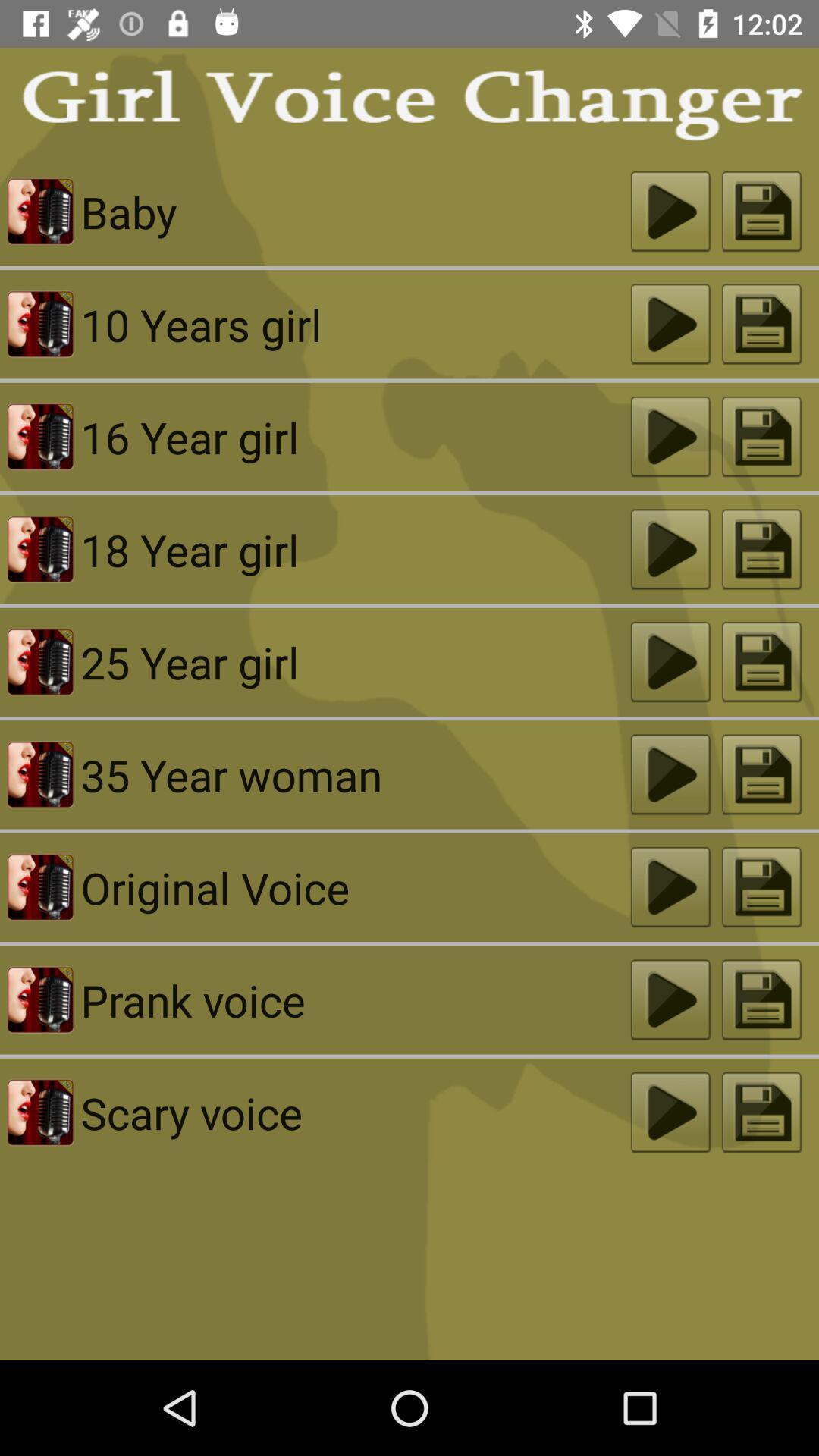 Image resolution: width=819 pixels, height=1456 pixels. What do you see at coordinates (356, 999) in the screenshot?
I see `prank voice item` at bounding box center [356, 999].